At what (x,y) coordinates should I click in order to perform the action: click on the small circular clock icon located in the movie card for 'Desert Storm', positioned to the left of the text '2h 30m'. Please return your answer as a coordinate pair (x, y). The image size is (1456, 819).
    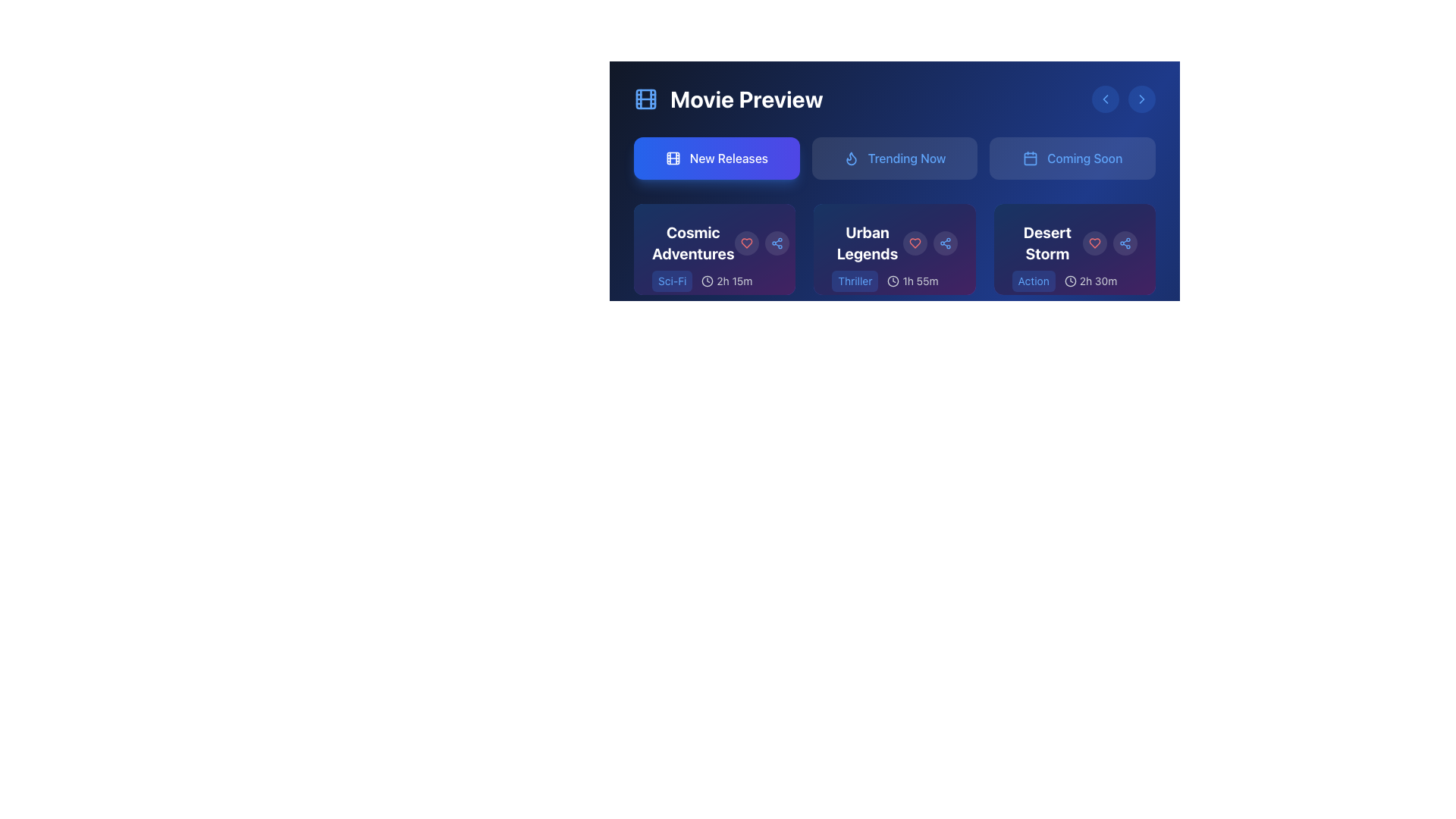
    Looking at the image, I should click on (1069, 281).